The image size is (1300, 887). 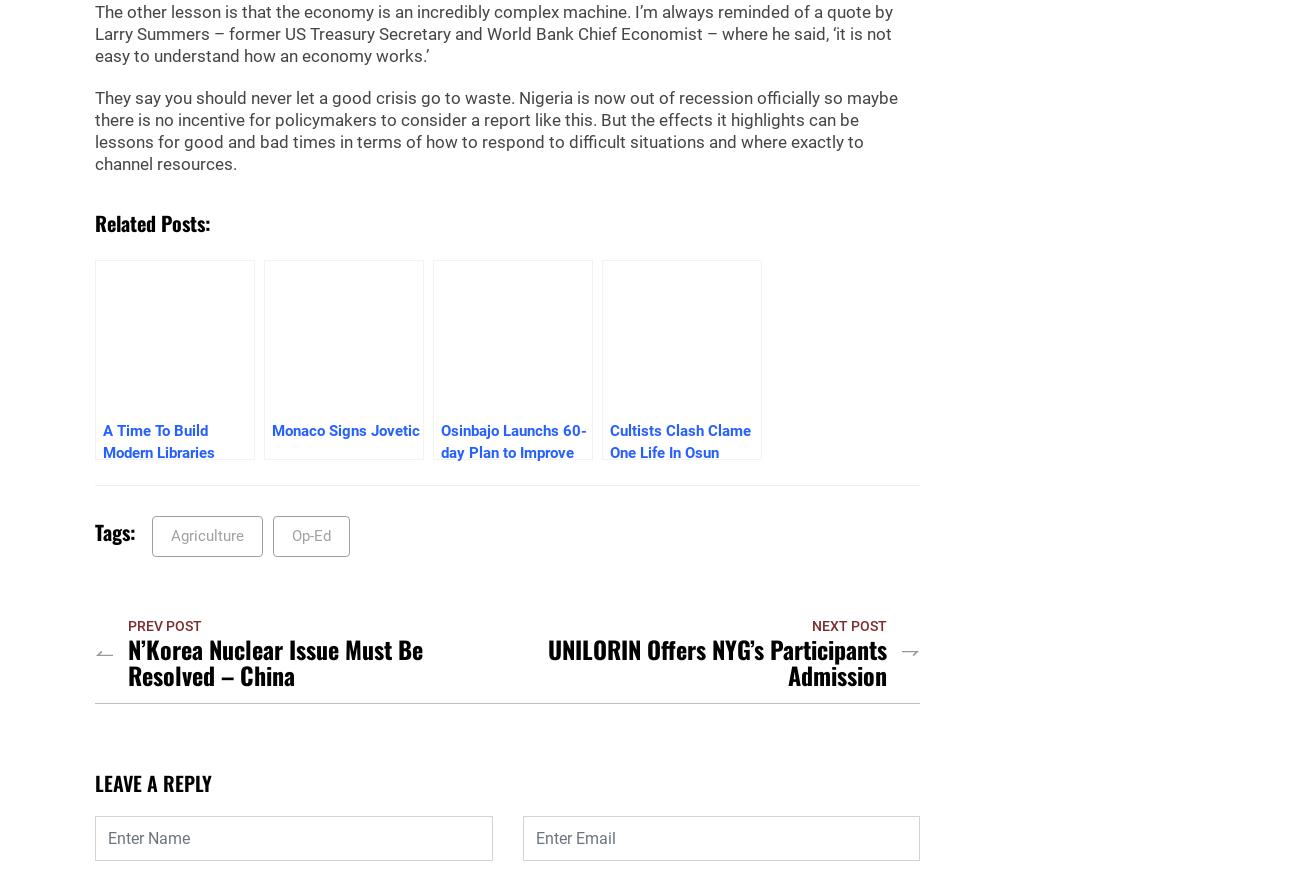 I want to click on 'Cultists Clash Clame One Life In Osun', so click(x=609, y=441).